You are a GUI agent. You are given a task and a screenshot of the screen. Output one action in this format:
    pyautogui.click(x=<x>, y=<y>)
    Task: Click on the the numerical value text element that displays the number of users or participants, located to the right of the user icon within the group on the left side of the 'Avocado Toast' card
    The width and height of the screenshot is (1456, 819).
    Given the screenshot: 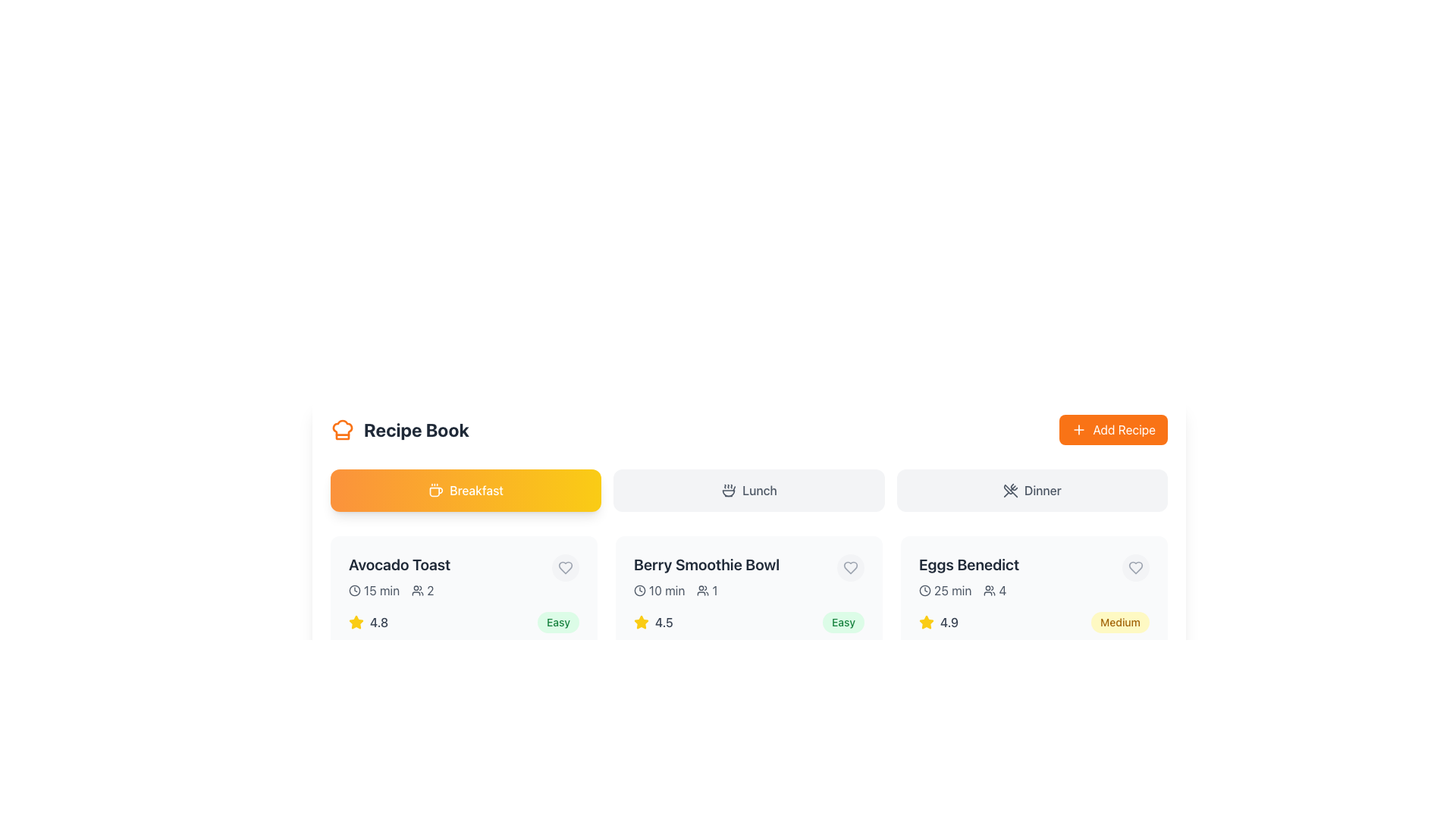 What is the action you would take?
    pyautogui.click(x=429, y=590)
    